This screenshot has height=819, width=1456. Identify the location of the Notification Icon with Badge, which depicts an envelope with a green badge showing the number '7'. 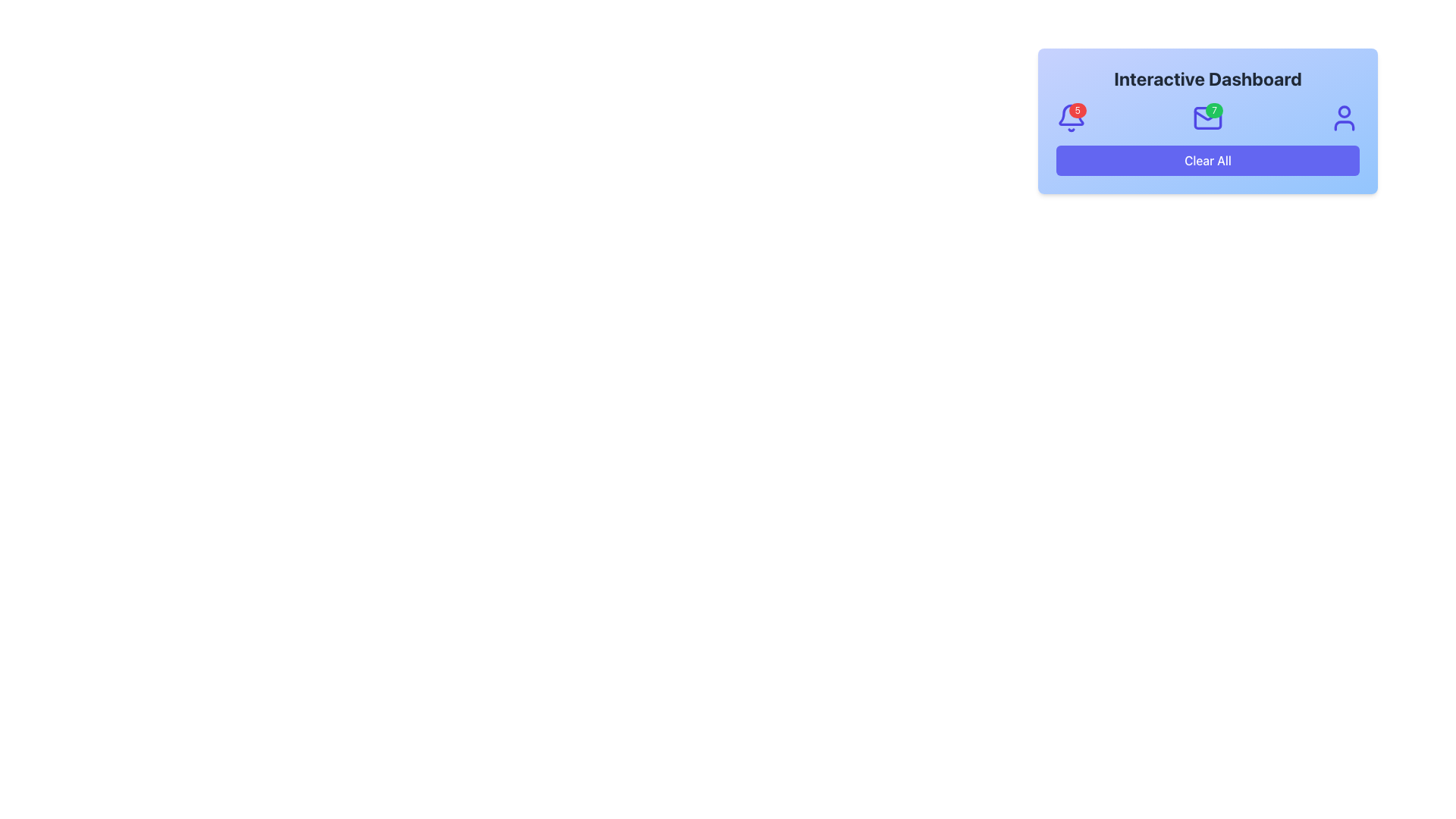
(1207, 117).